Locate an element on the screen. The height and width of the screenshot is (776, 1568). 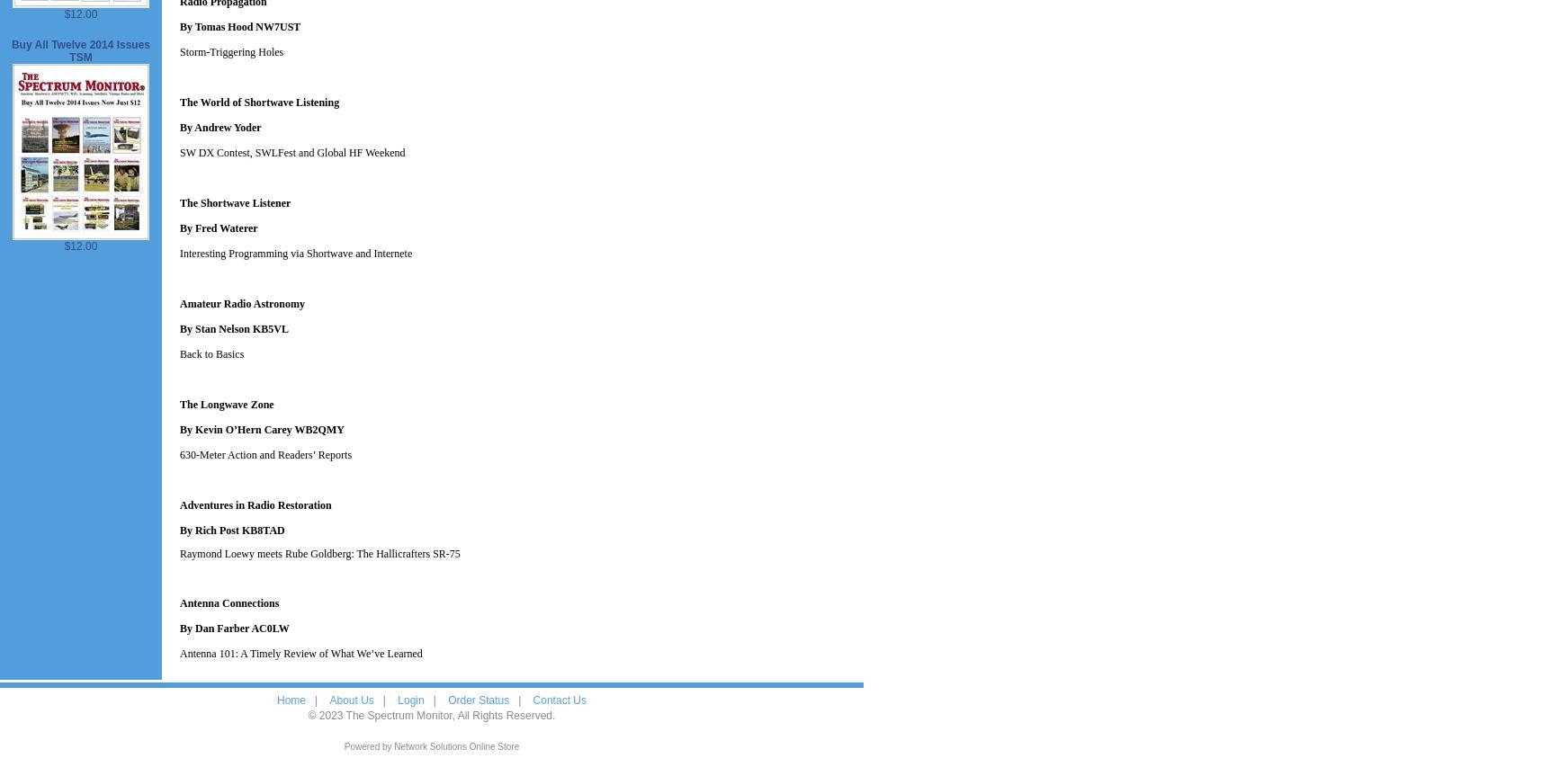
'Login' is located at coordinates (410, 700).